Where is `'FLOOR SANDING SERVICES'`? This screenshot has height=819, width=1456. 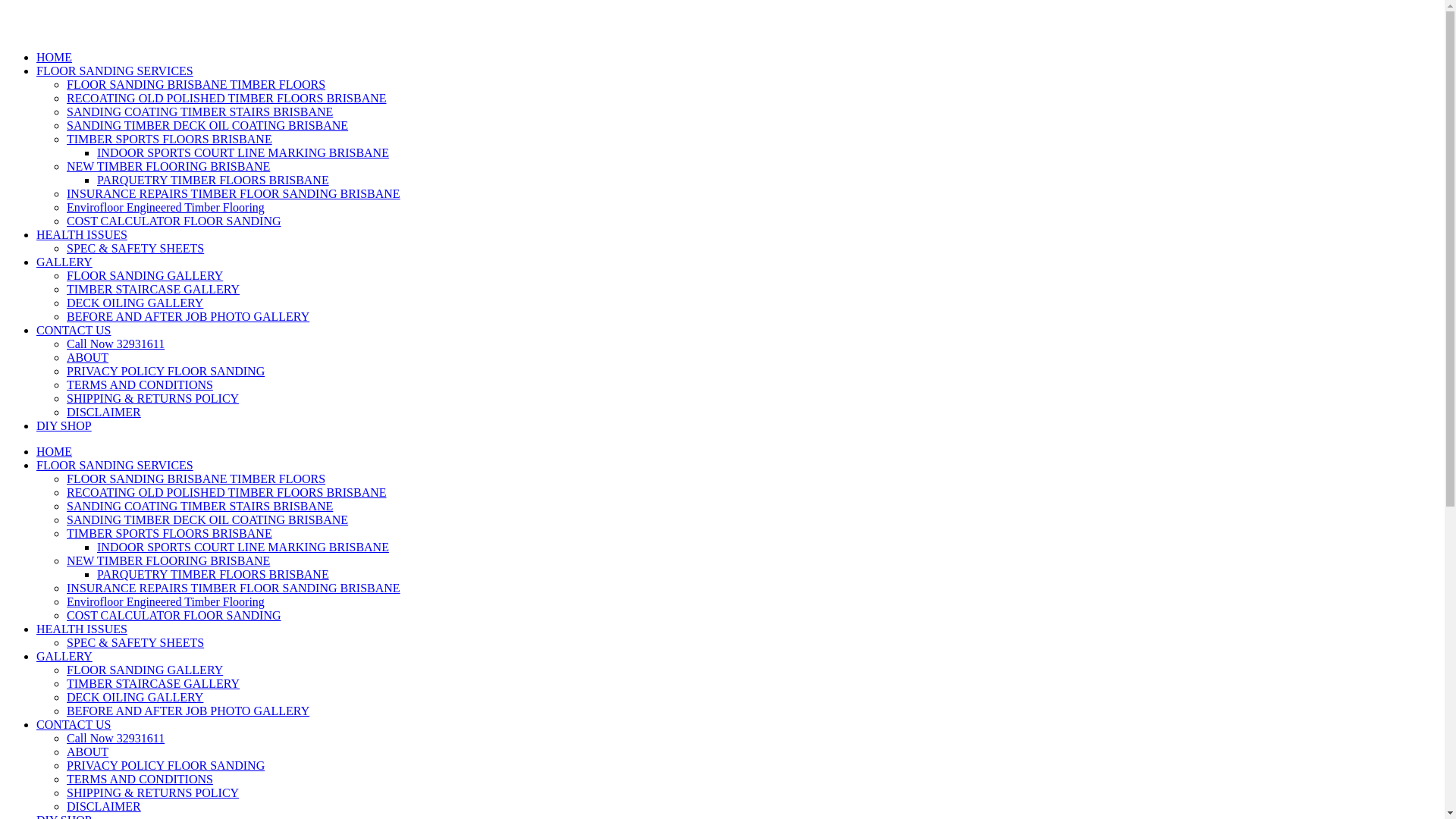
'FLOOR SANDING SERVICES' is located at coordinates (36, 71).